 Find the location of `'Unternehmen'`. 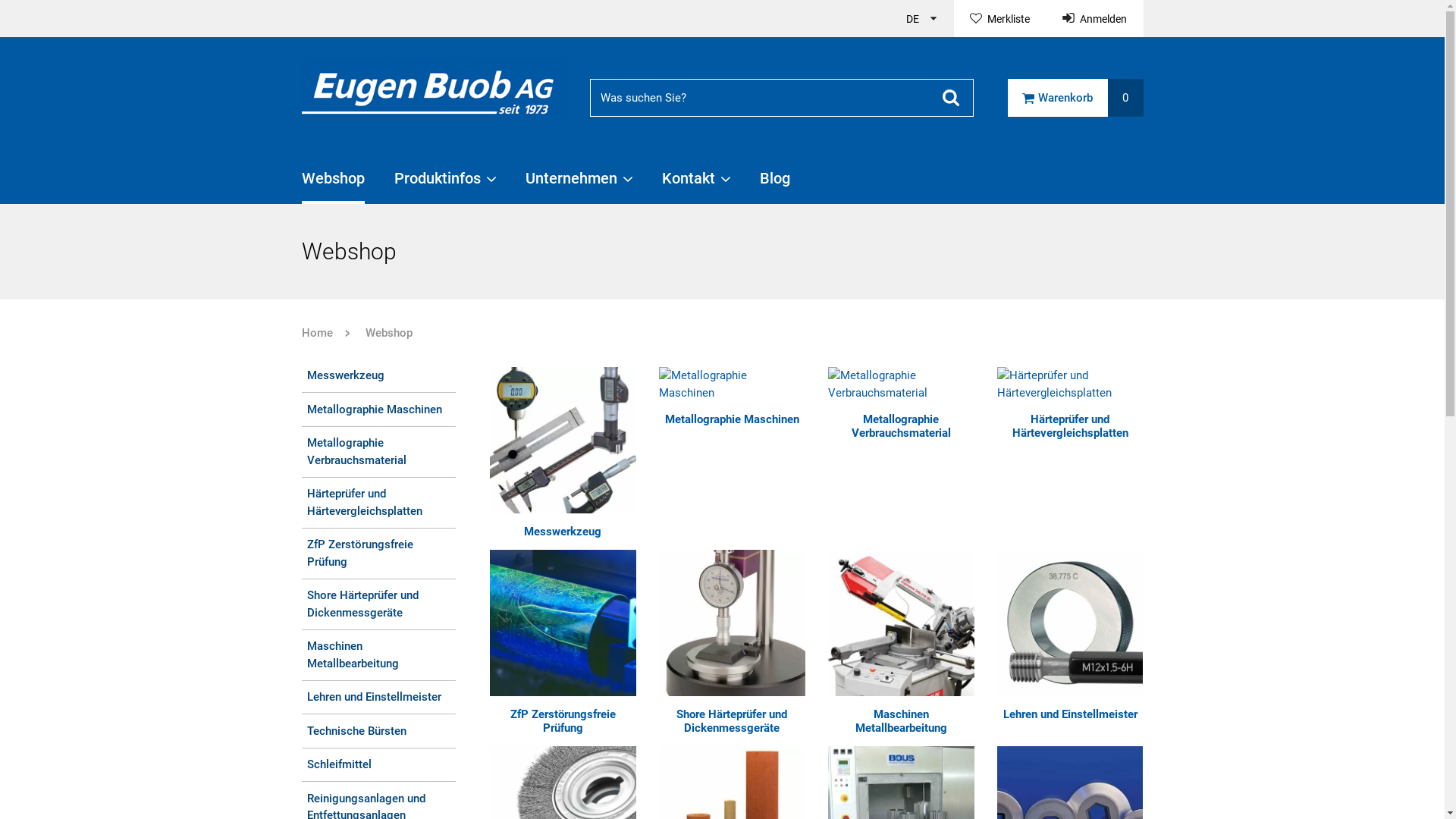

'Unternehmen' is located at coordinates (577, 184).